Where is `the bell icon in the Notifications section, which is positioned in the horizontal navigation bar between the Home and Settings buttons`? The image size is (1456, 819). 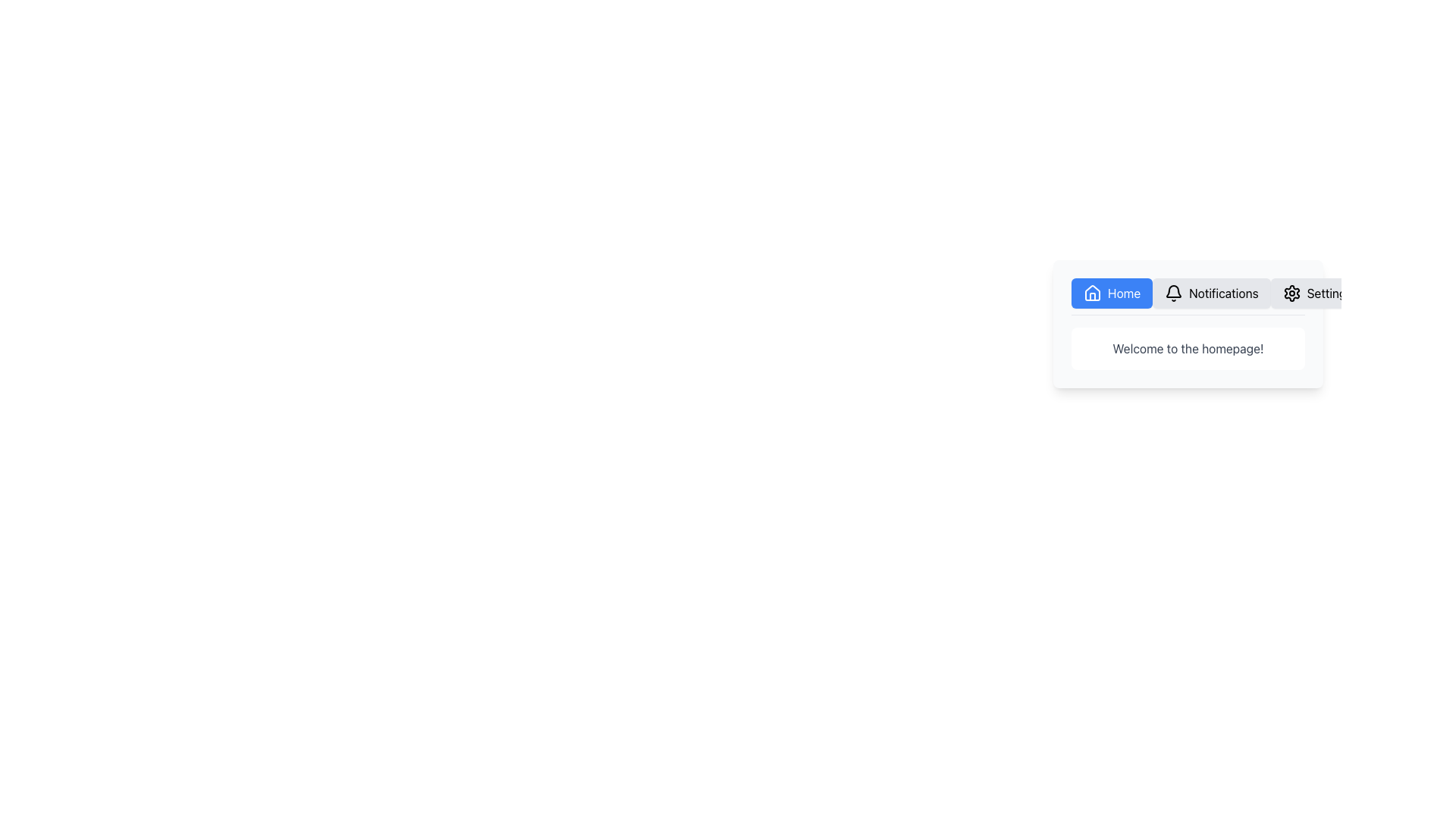
the bell icon in the Notifications section, which is positioned in the horizontal navigation bar between the Home and Settings buttons is located at coordinates (1173, 293).